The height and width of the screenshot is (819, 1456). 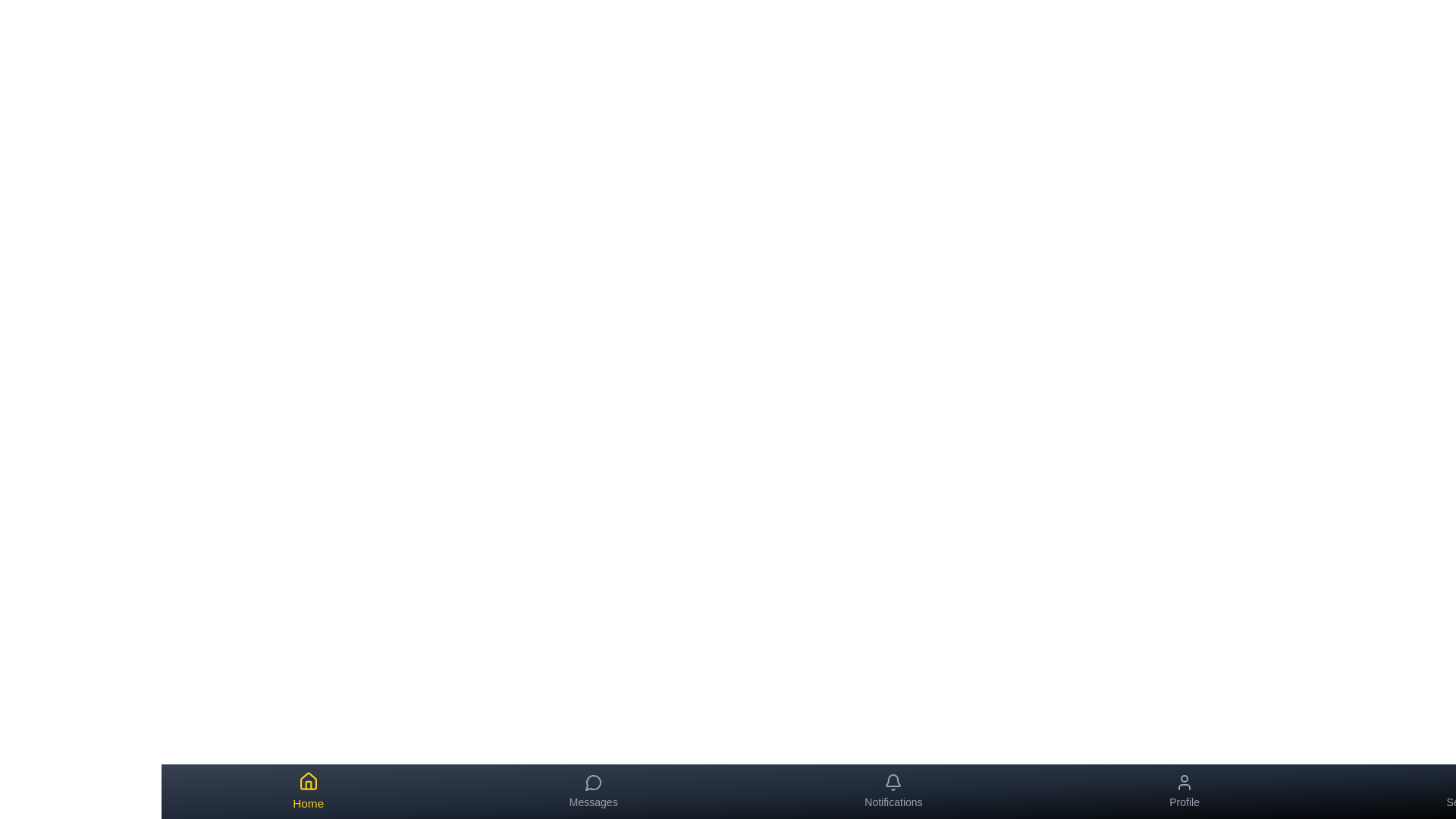 I want to click on the tab labeled Profile to view its hover effect, so click(x=1184, y=791).